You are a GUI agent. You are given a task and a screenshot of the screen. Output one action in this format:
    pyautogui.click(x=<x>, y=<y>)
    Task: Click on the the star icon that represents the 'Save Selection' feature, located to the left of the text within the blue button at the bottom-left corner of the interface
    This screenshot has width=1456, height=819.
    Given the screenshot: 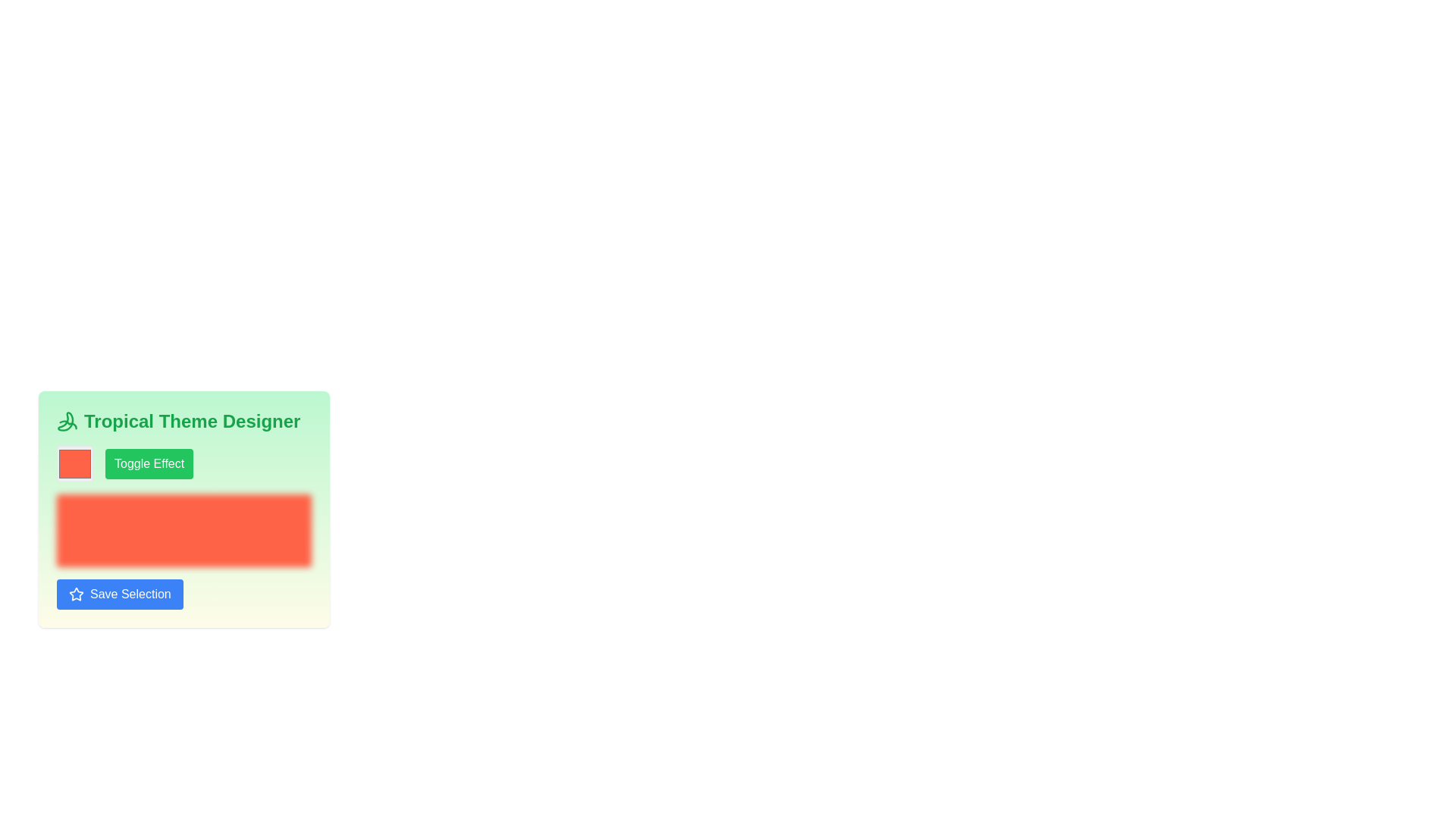 What is the action you would take?
    pyautogui.click(x=75, y=593)
    